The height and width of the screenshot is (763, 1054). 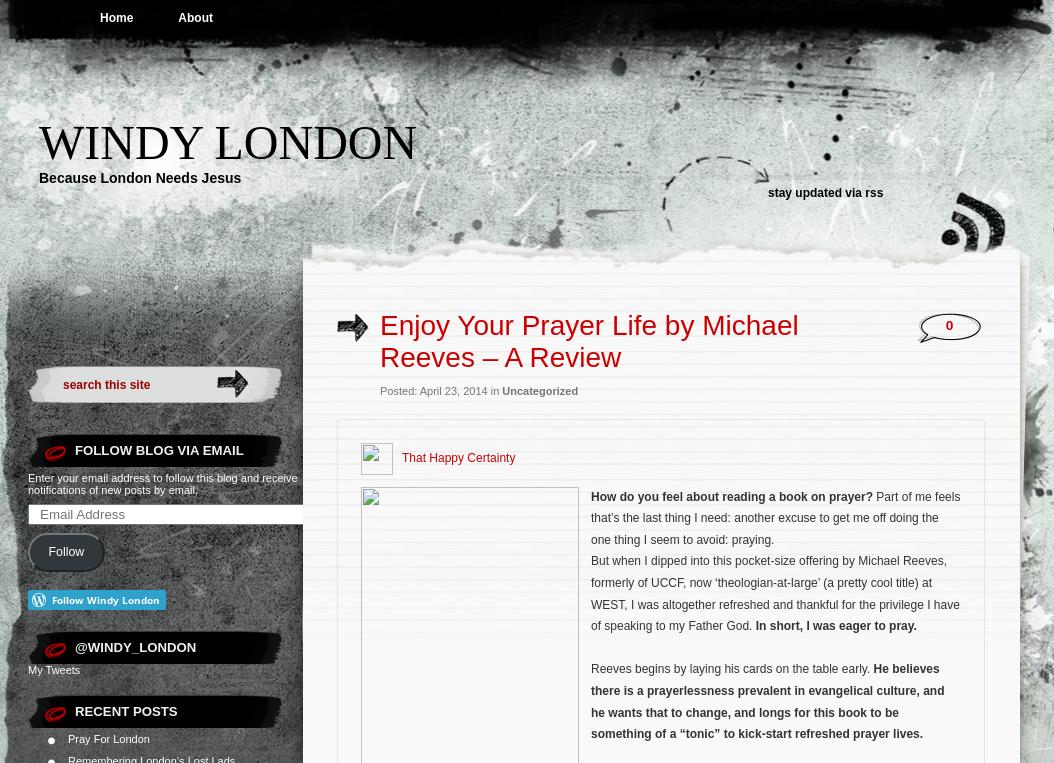 What do you see at coordinates (227, 141) in the screenshot?
I see `'Windy London'` at bounding box center [227, 141].